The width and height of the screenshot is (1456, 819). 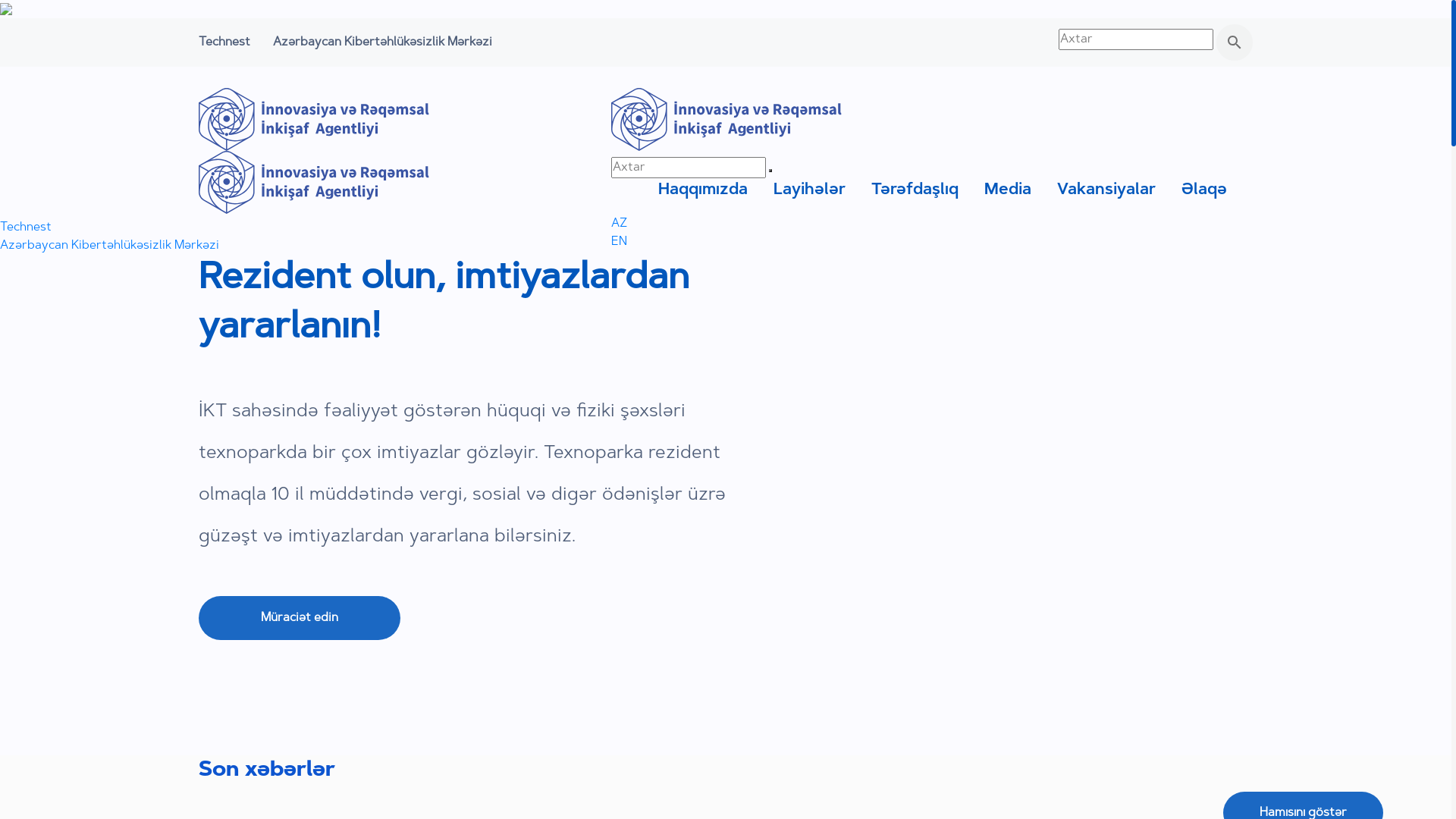 I want to click on 'AZ', so click(x=611, y=223).